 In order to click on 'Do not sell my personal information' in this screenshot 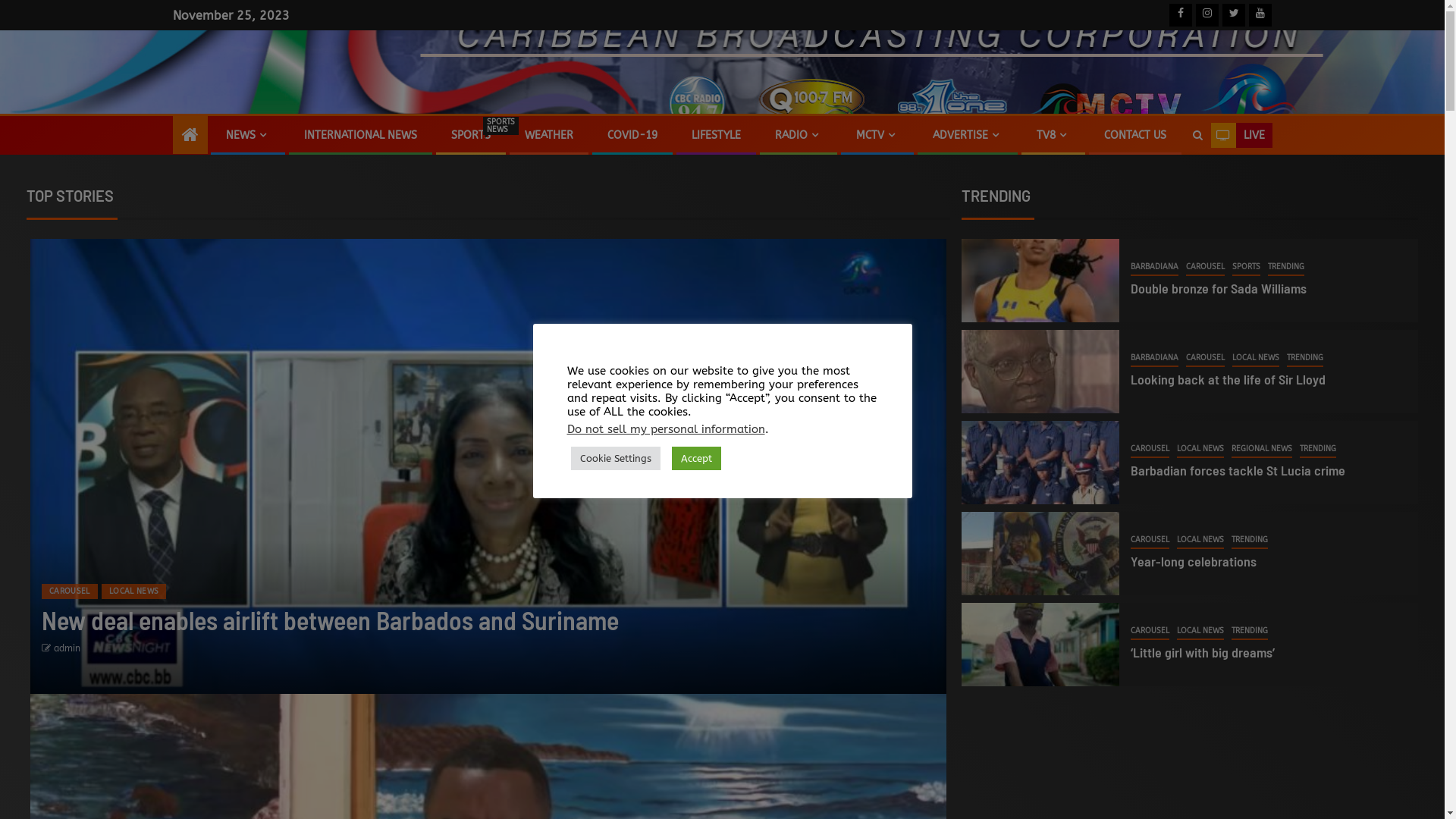, I will do `click(666, 429)`.